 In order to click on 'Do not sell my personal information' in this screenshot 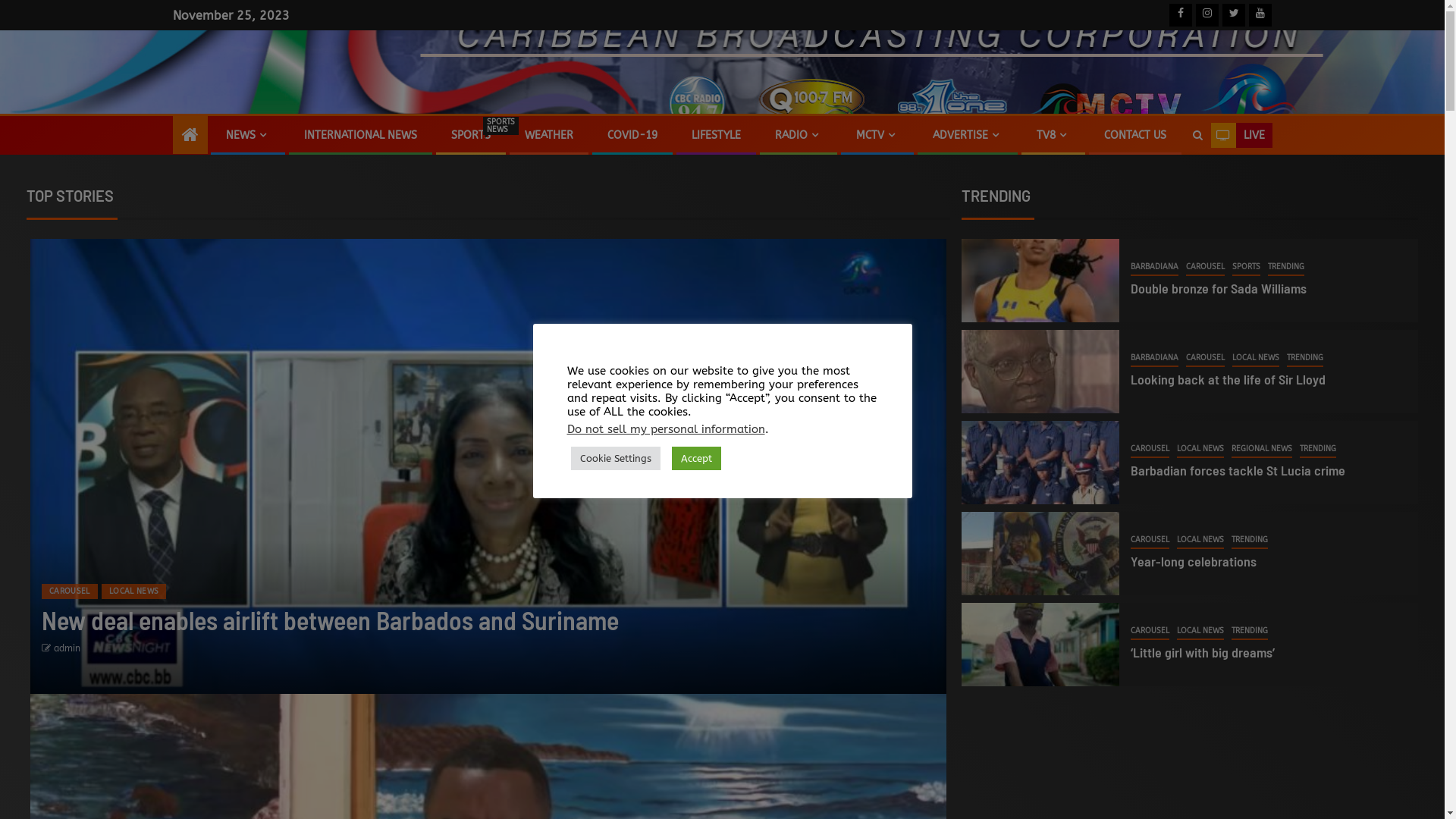, I will do `click(666, 429)`.